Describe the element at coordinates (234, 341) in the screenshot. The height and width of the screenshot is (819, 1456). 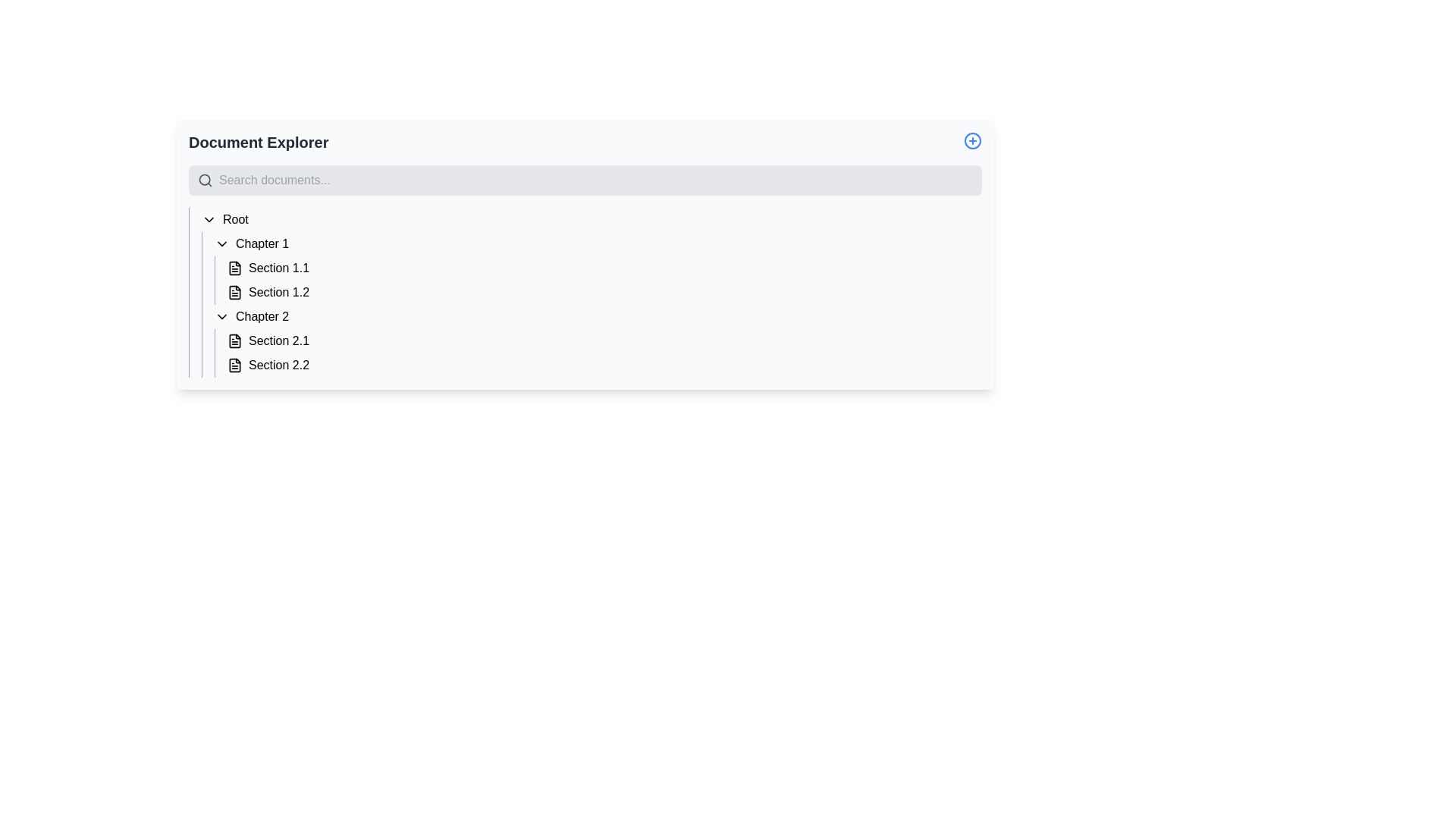
I see `the icon indicating the section type for 'Section 2.1', which is located before the text 'Section 2.1'` at that location.